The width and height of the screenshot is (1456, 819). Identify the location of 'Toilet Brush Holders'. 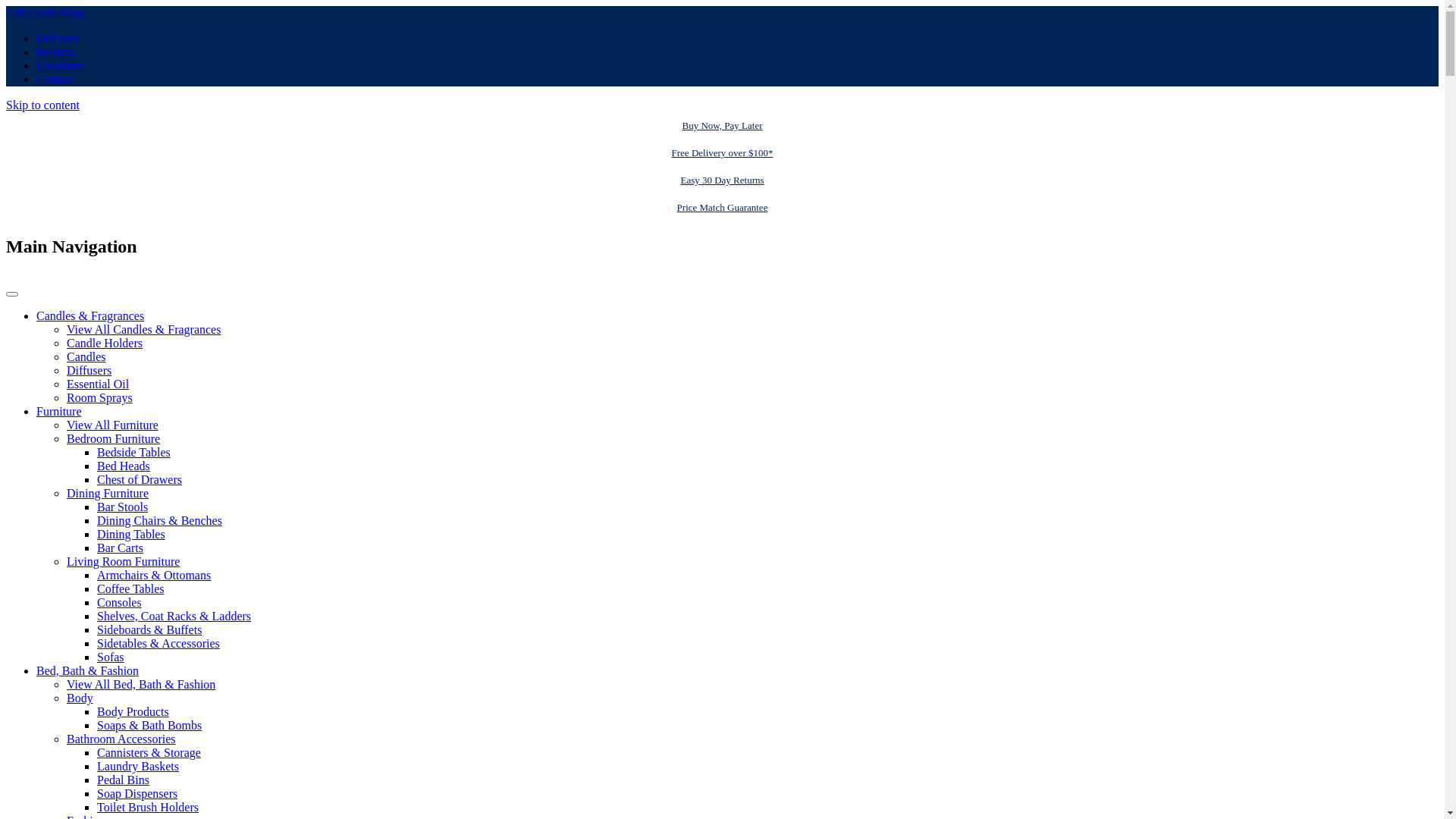
(148, 806).